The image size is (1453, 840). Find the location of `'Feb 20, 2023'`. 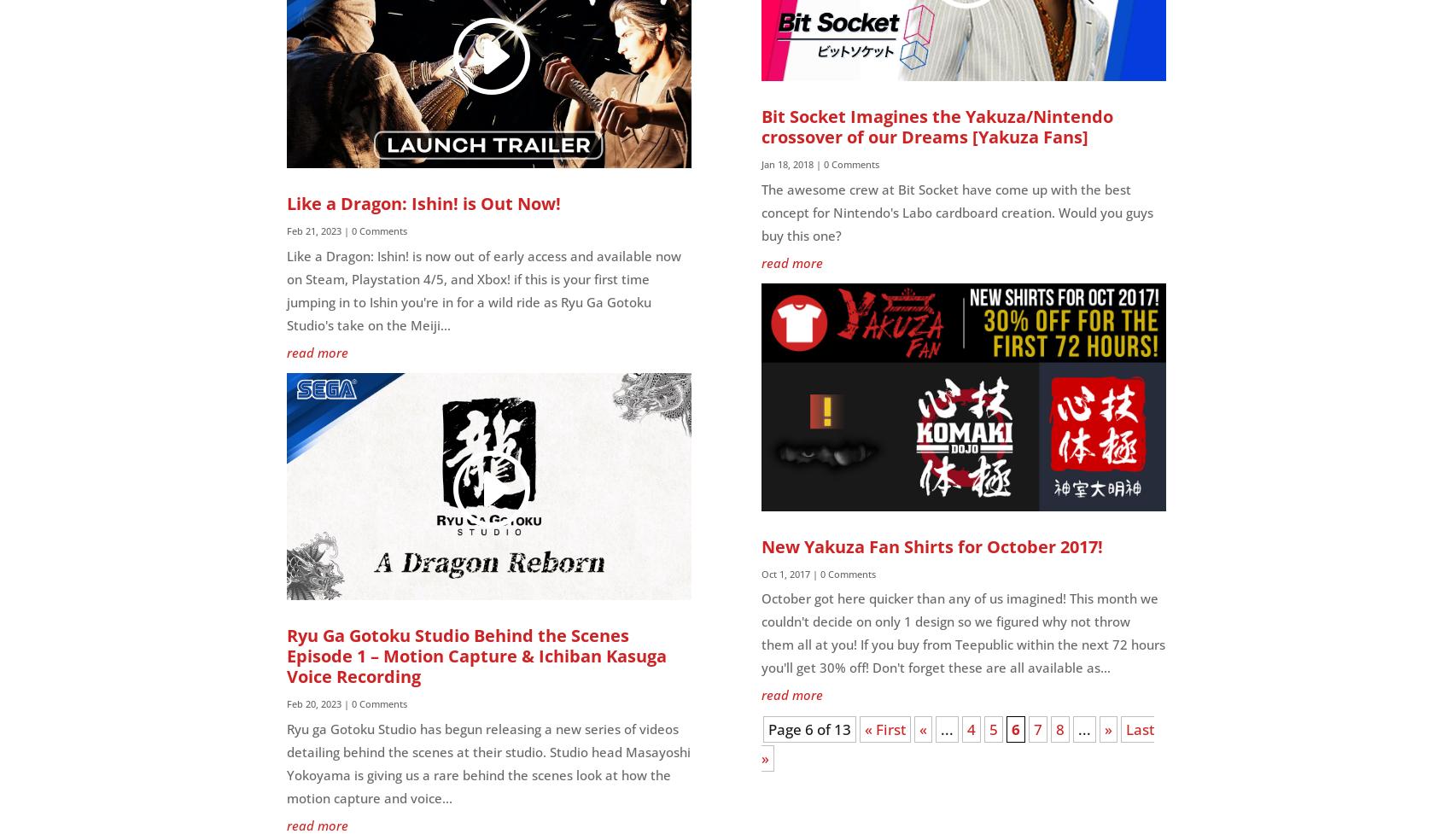

'Feb 20, 2023' is located at coordinates (313, 703).